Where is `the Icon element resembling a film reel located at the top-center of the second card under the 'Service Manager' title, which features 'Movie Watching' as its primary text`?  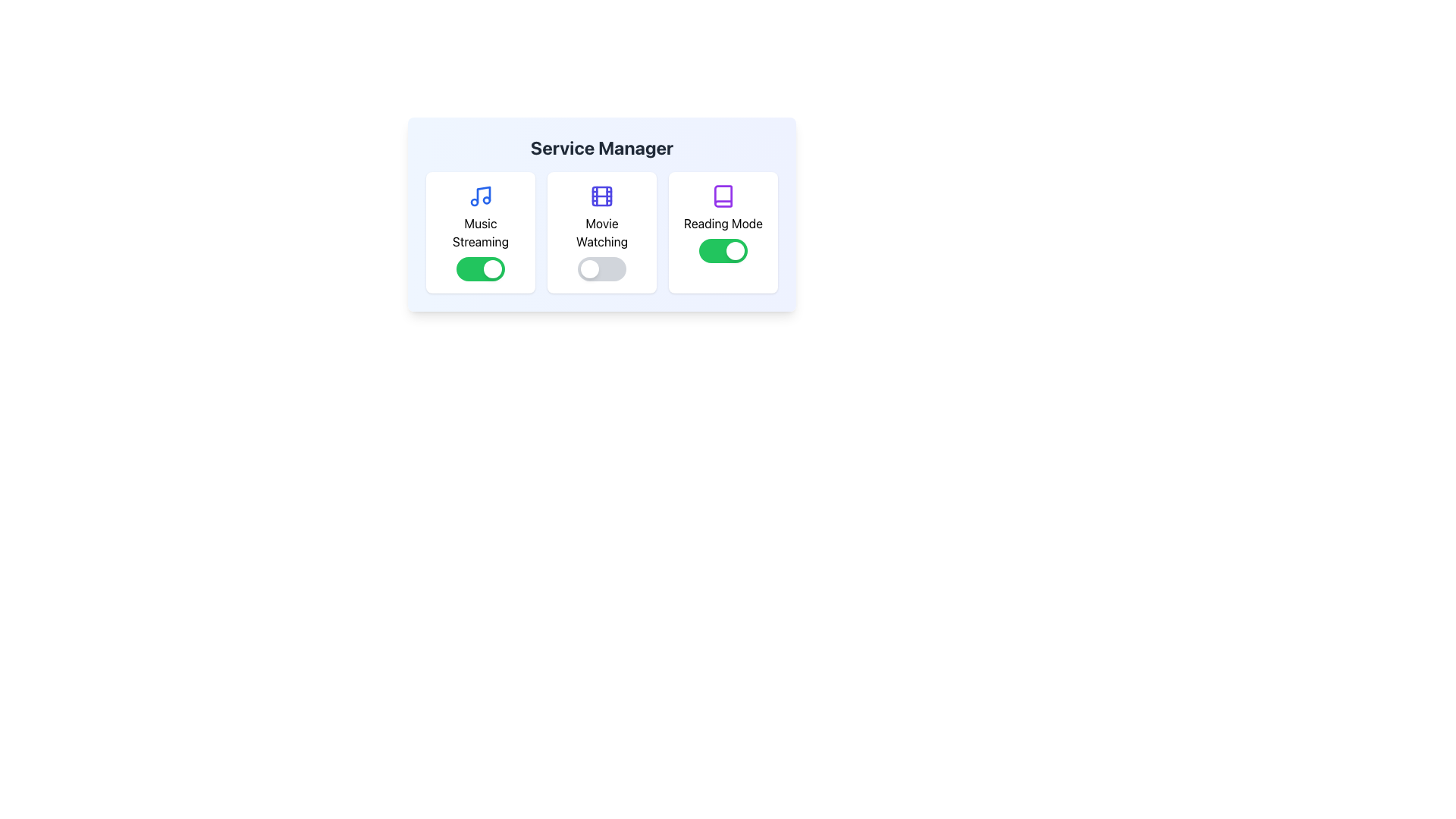 the Icon element resembling a film reel located at the top-center of the second card under the 'Service Manager' title, which features 'Movie Watching' as its primary text is located at coordinates (601, 195).